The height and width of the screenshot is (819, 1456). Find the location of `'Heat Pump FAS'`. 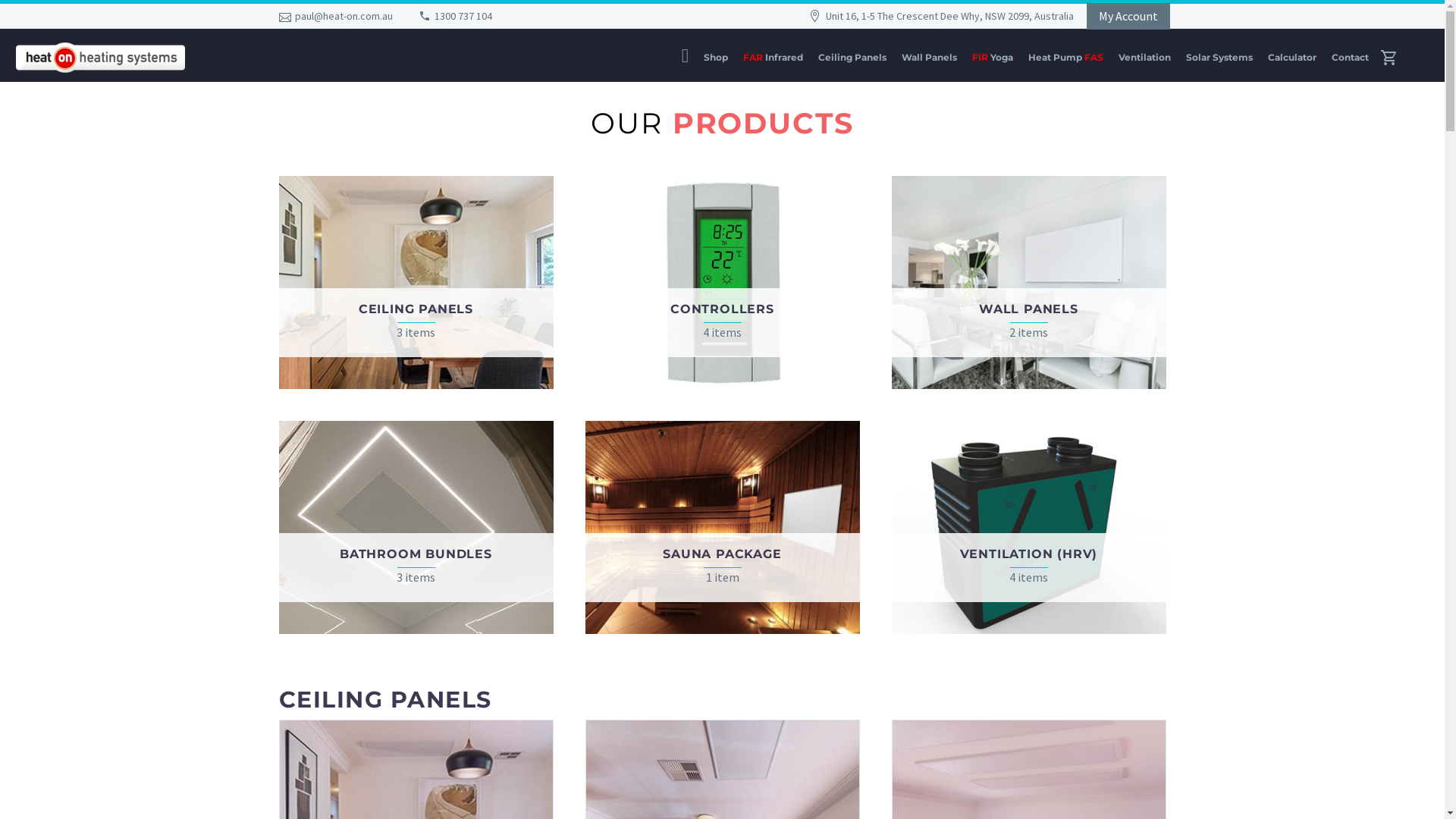

'Heat Pump FAS' is located at coordinates (1065, 56).